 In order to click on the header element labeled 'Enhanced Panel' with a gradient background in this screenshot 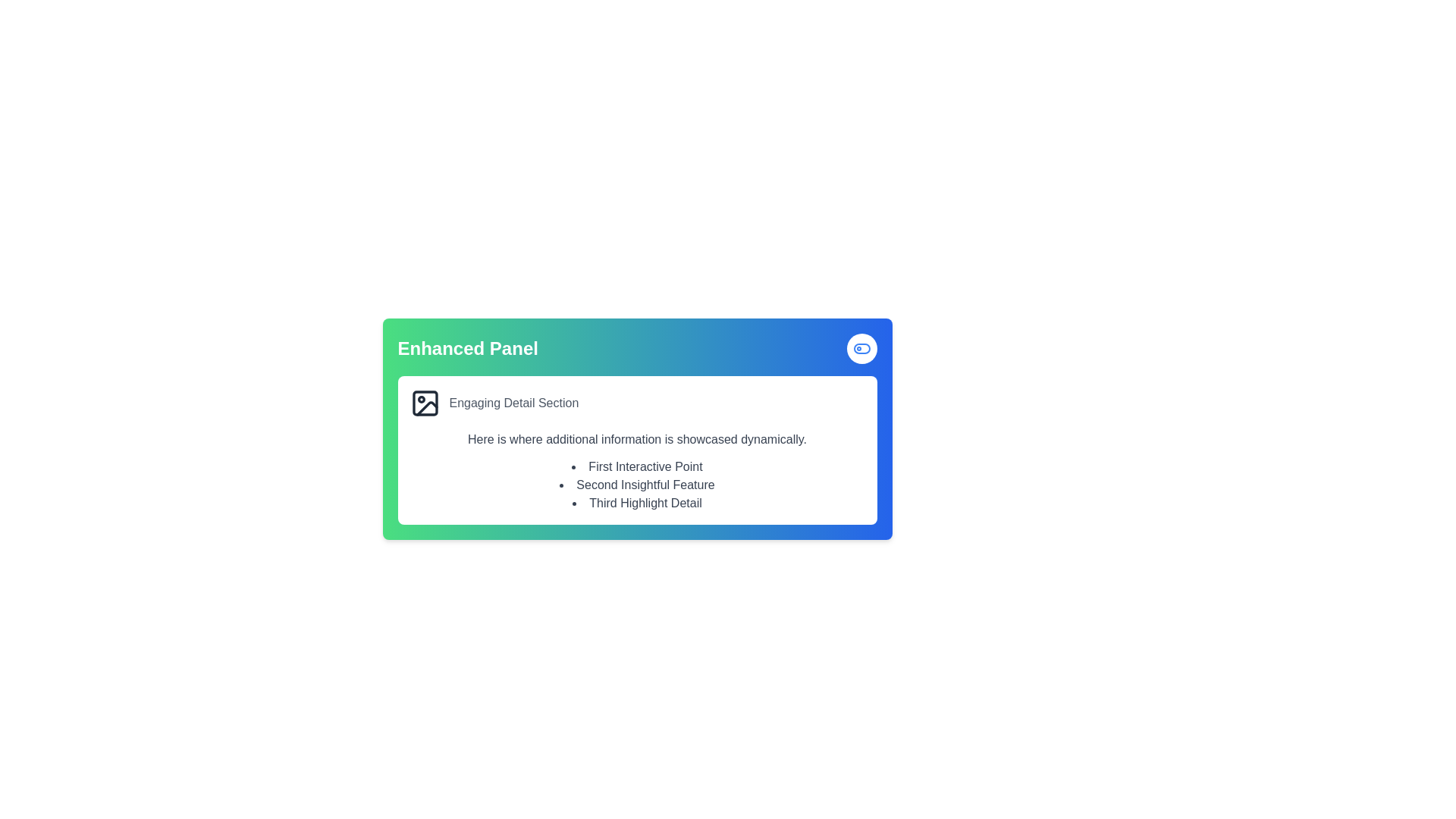, I will do `click(637, 348)`.